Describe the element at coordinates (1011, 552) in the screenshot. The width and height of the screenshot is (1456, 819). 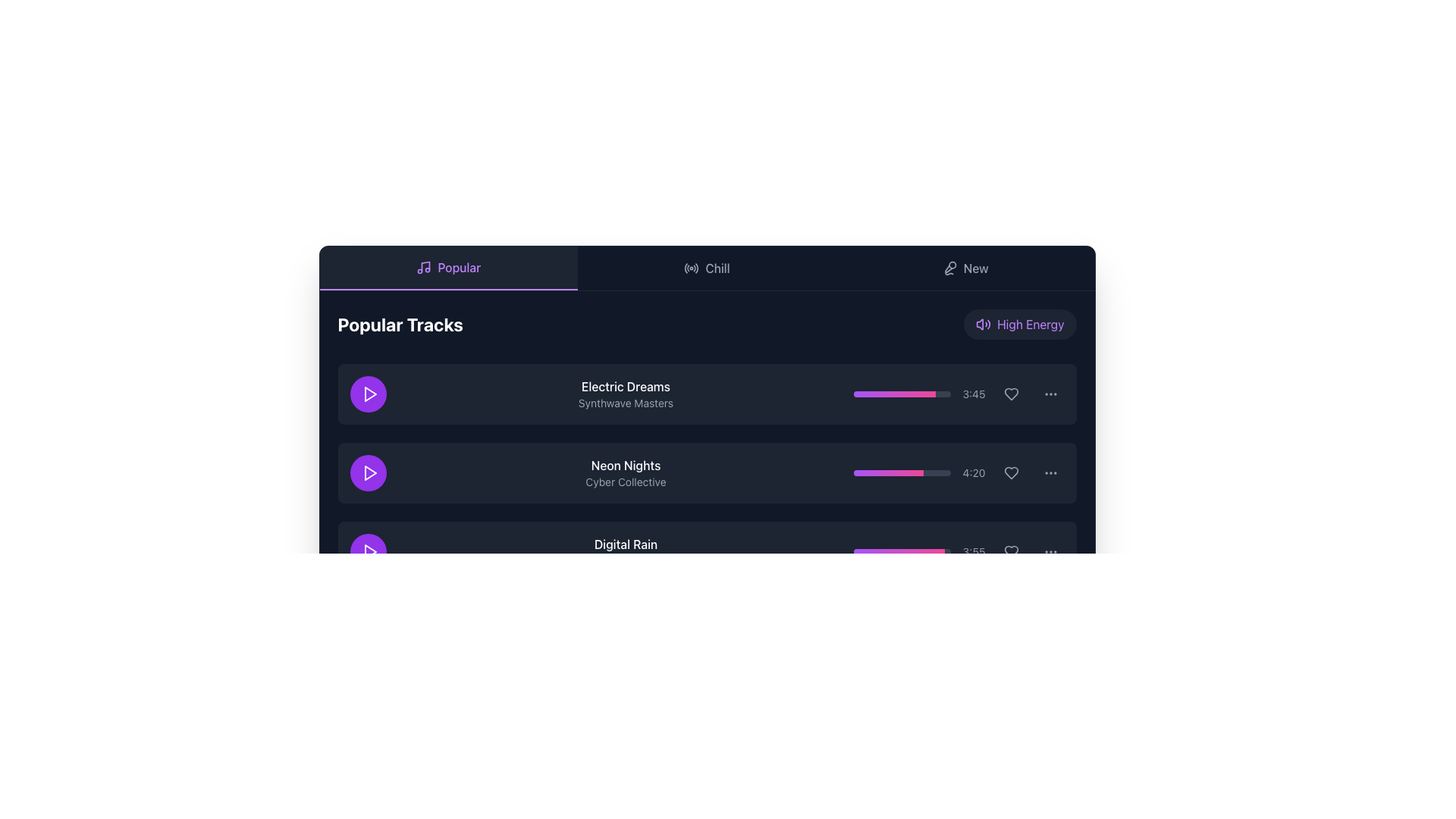
I see `the heart-shaped icon representing the 'like' action for the third track in the 'Popular Tracks' list` at that location.